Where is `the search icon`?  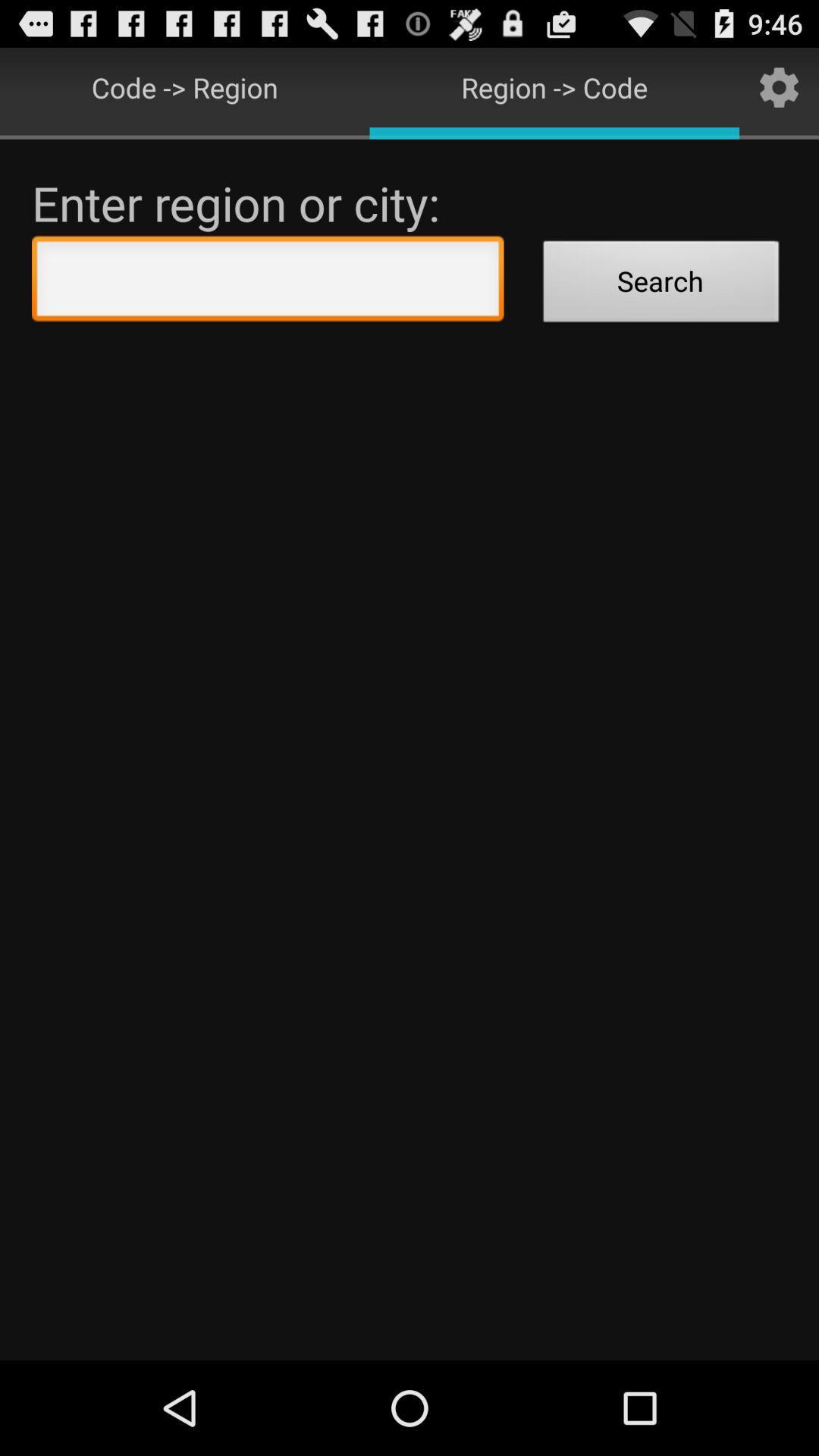 the search icon is located at coordinates (661, 284).